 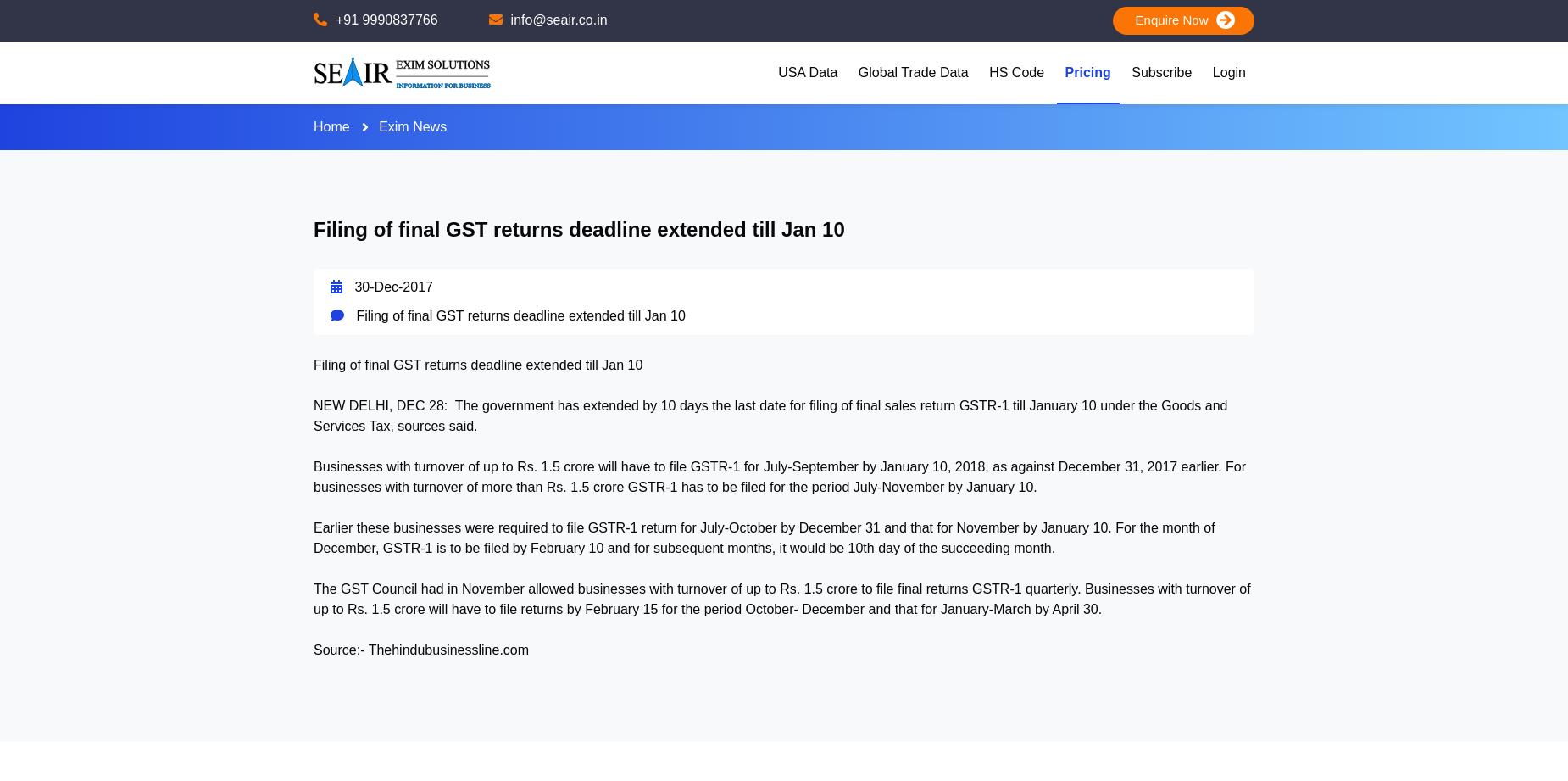 What do you see at coordinates (846, 127) in the screenshot?
I see `'USA Importers'` at bounding box center [846, 127].